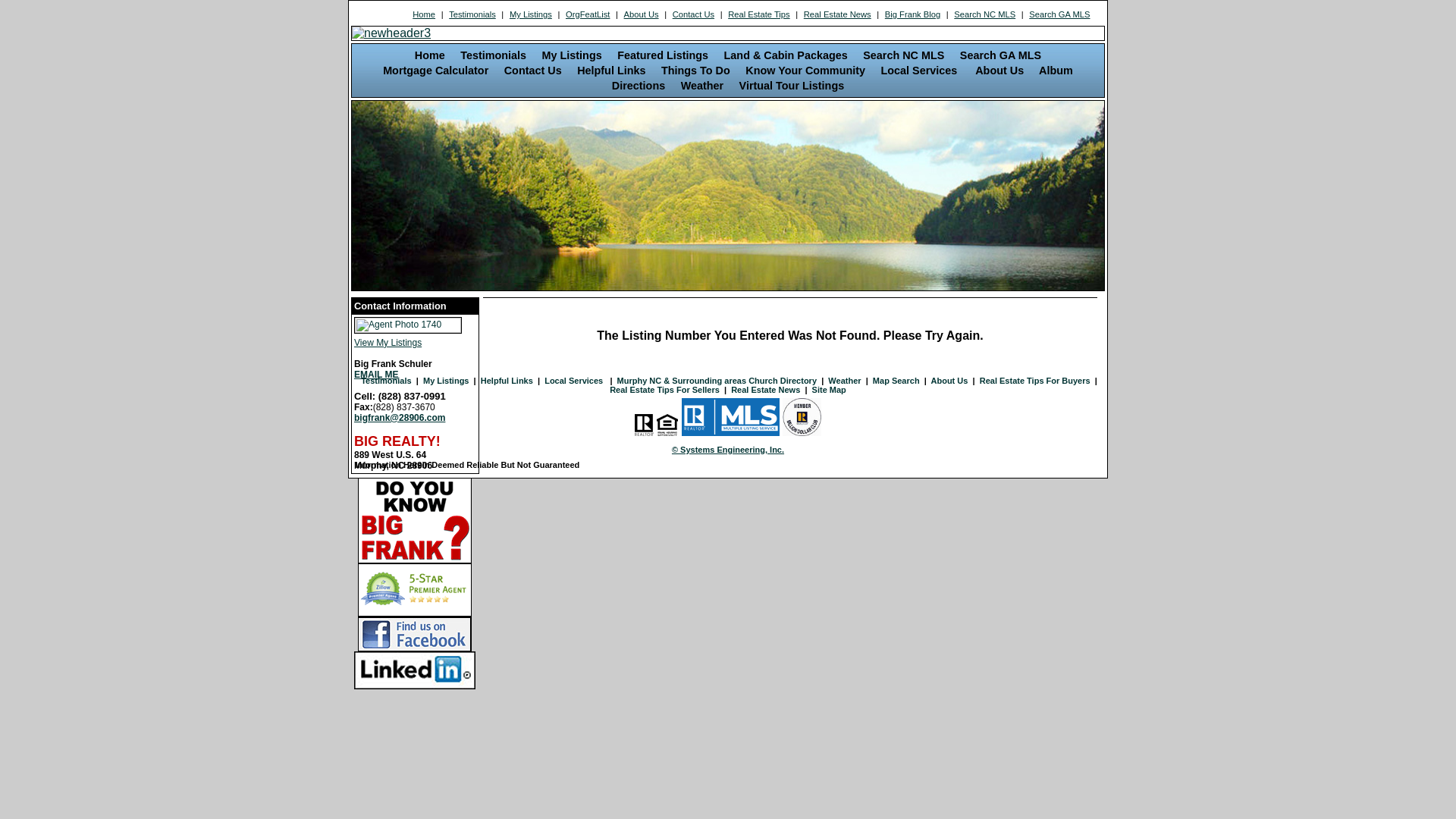  What do you see at coordinates (664, 388) in the screenshot?
I see `'Real Estate Tips For Sellers'` at bounding box center [664, 388].